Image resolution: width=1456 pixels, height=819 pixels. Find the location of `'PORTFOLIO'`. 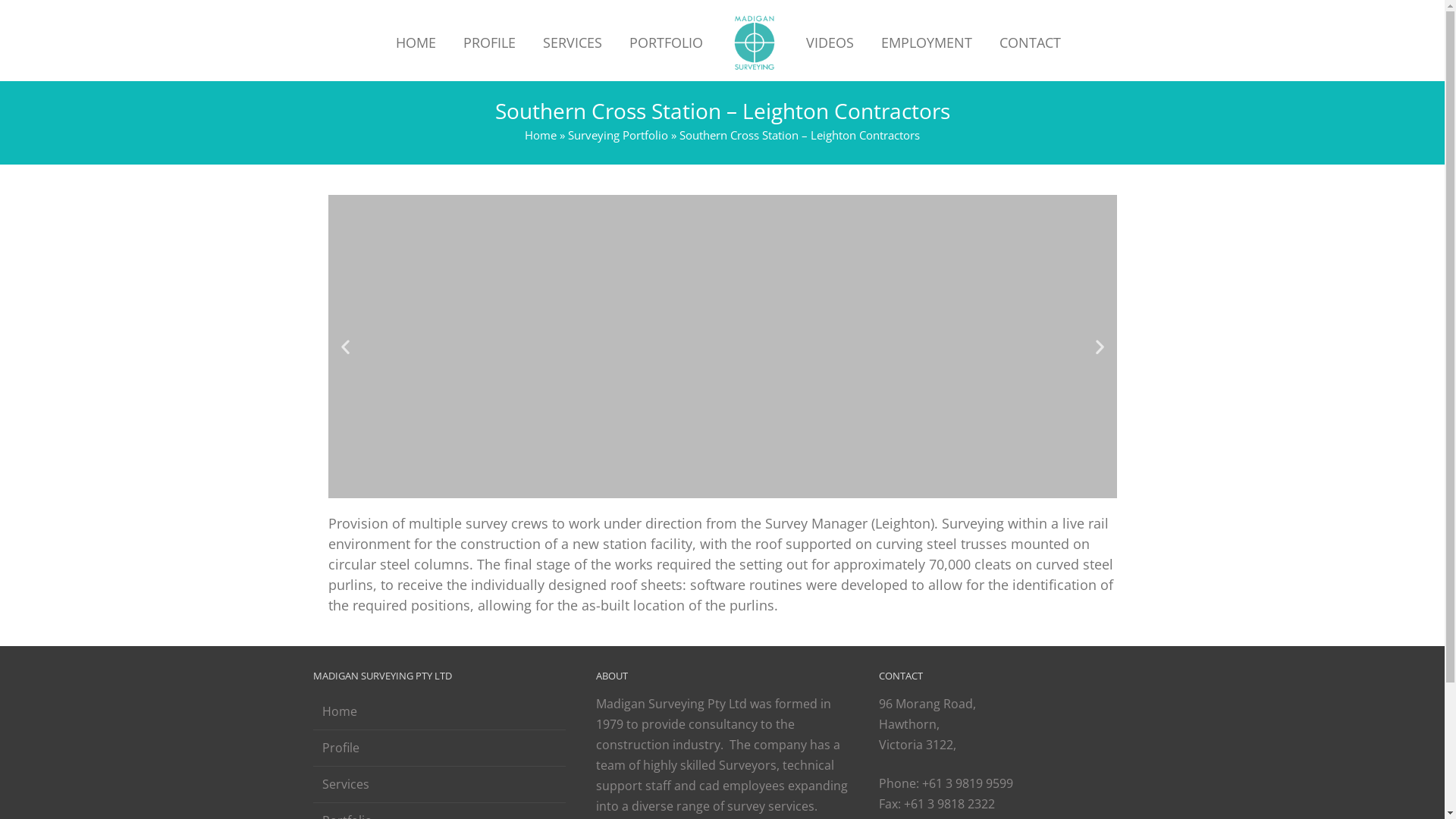

'PORTFOLIO' is located at coordinates (666, 42).